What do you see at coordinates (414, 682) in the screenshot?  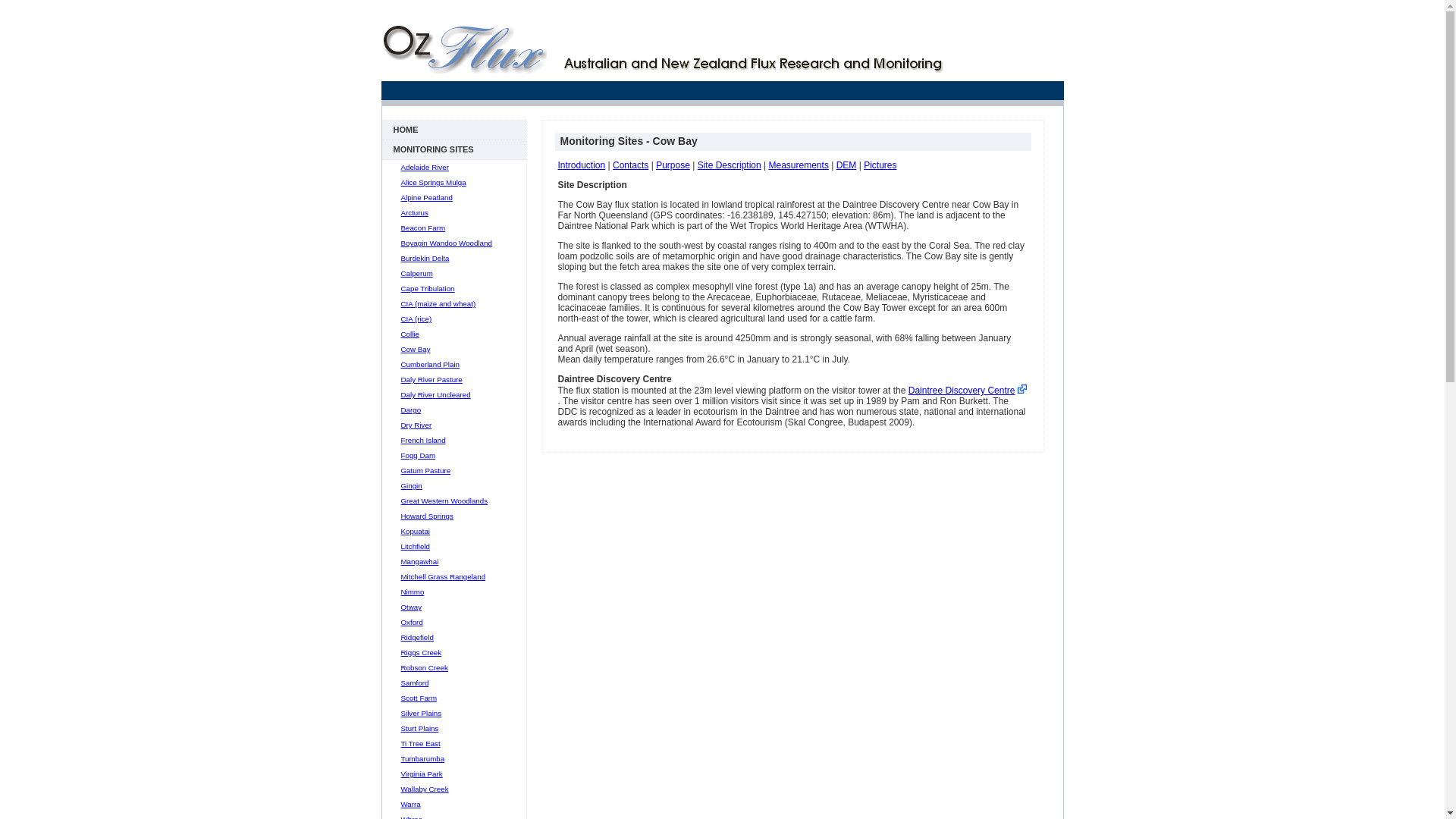 I see `'Samford'` at bounding box center [414, 682].